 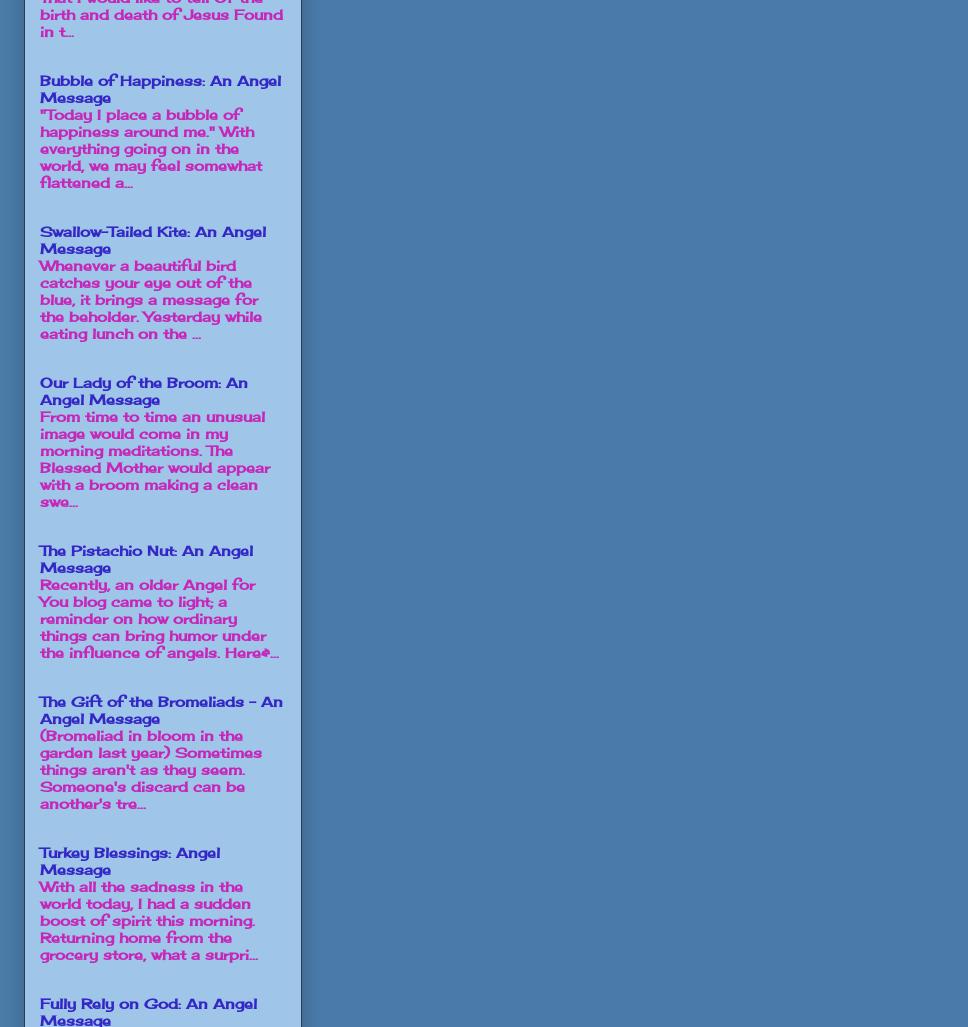 What do you see at coordinates (150, 768) in the screenshot?
I see `'(Bromeliad in bloom in the garden last year)    Sometimes things aren't as they seem.  Someone's discard can be another's tre...'` at bounding box center [150, 768].